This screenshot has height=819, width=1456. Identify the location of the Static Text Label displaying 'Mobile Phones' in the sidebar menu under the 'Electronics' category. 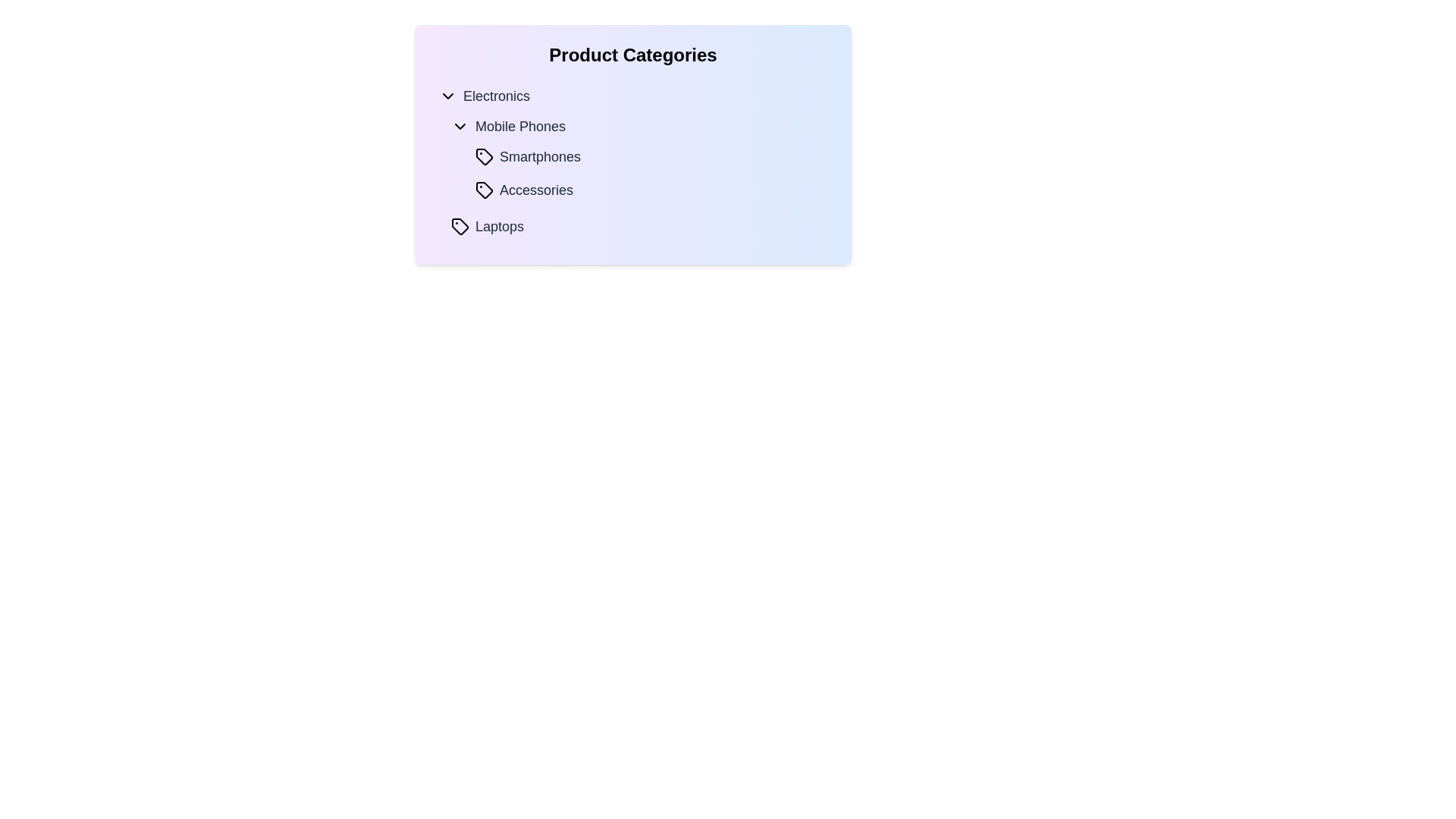
(520, 125).